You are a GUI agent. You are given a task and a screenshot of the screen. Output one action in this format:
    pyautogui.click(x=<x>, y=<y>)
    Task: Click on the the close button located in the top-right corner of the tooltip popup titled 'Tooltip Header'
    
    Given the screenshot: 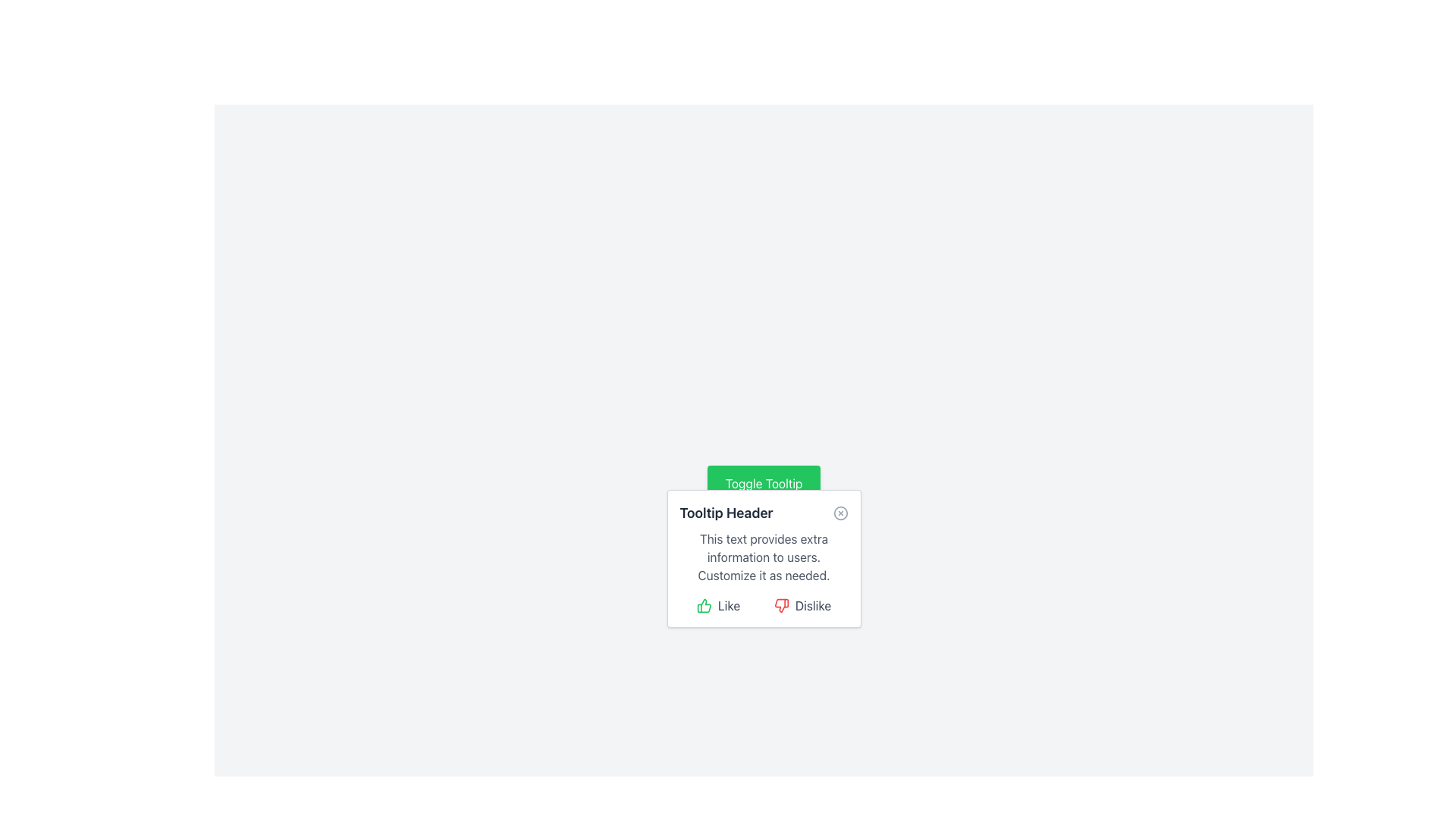 What is the action you would take?
    pyautogui.click(x=839, y=513)
    